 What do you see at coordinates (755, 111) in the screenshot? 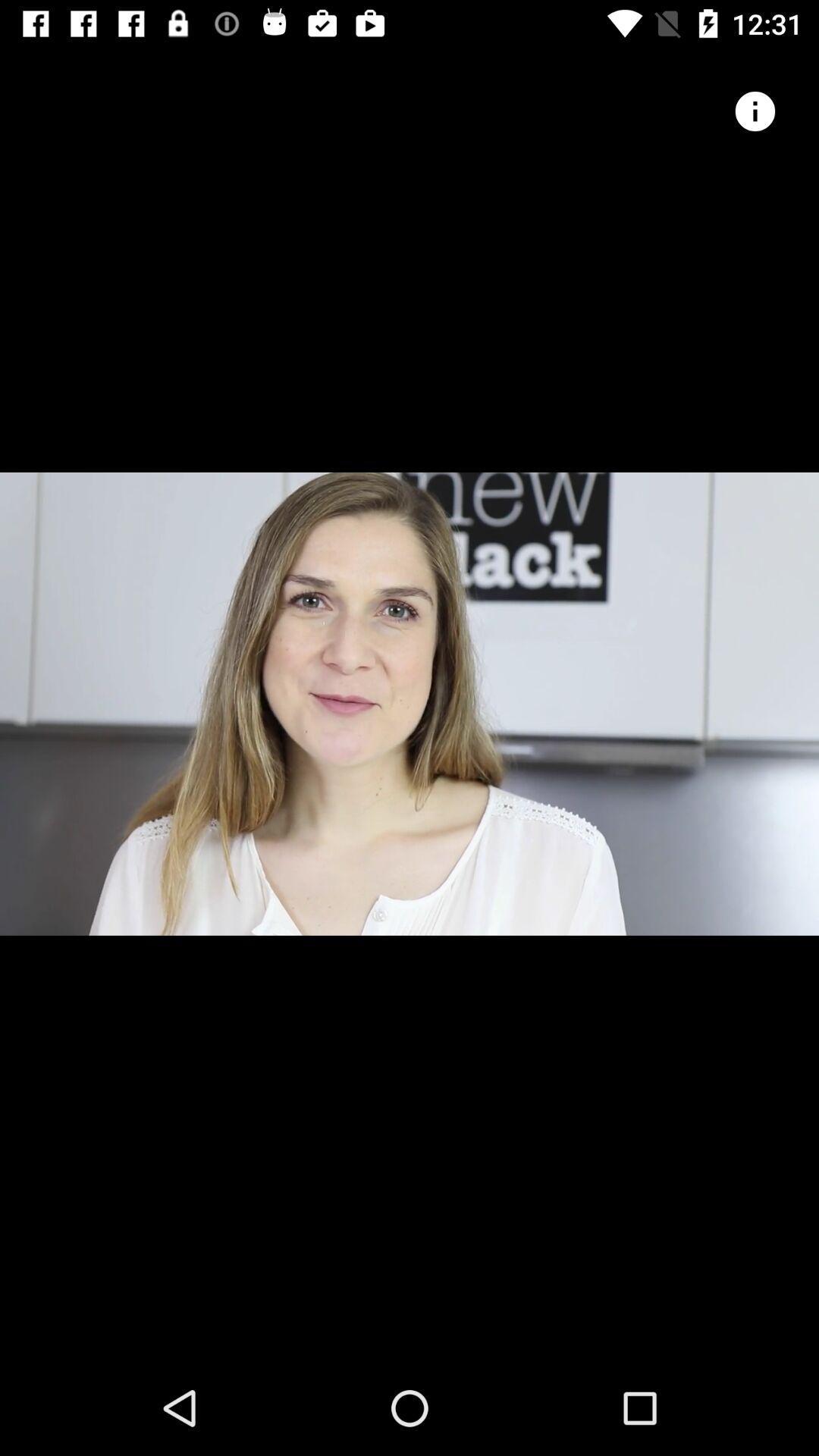
I see `the info icon` at bounding box center [755, 111].